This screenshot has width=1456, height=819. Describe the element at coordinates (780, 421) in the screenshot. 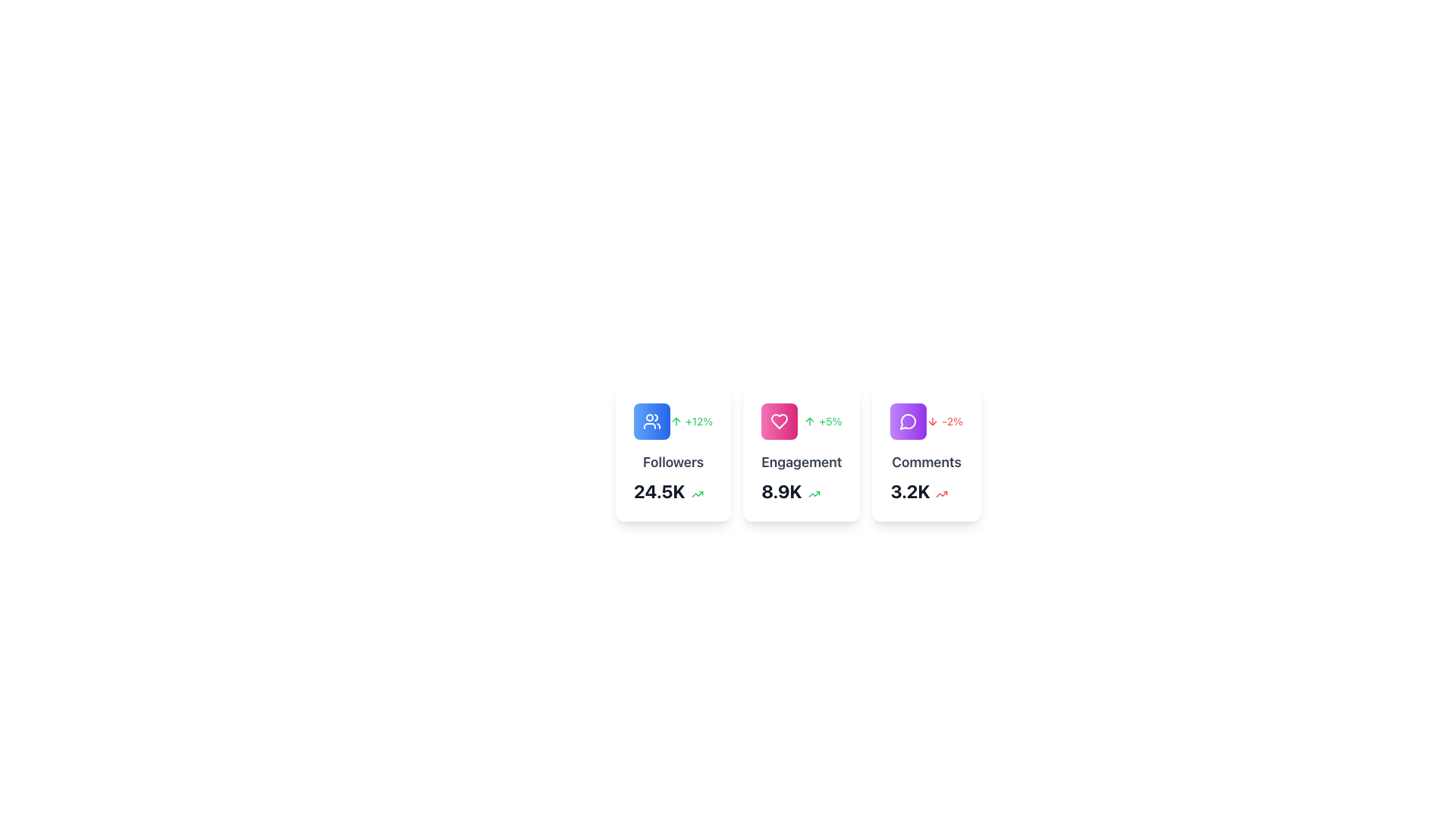

I see `the heart icon on the Engagement card, which represents engagement metrics and is located at the center of the second card in a row of three cards labeled 'Engagement', 'Followers', and 'Comments'` at that location.